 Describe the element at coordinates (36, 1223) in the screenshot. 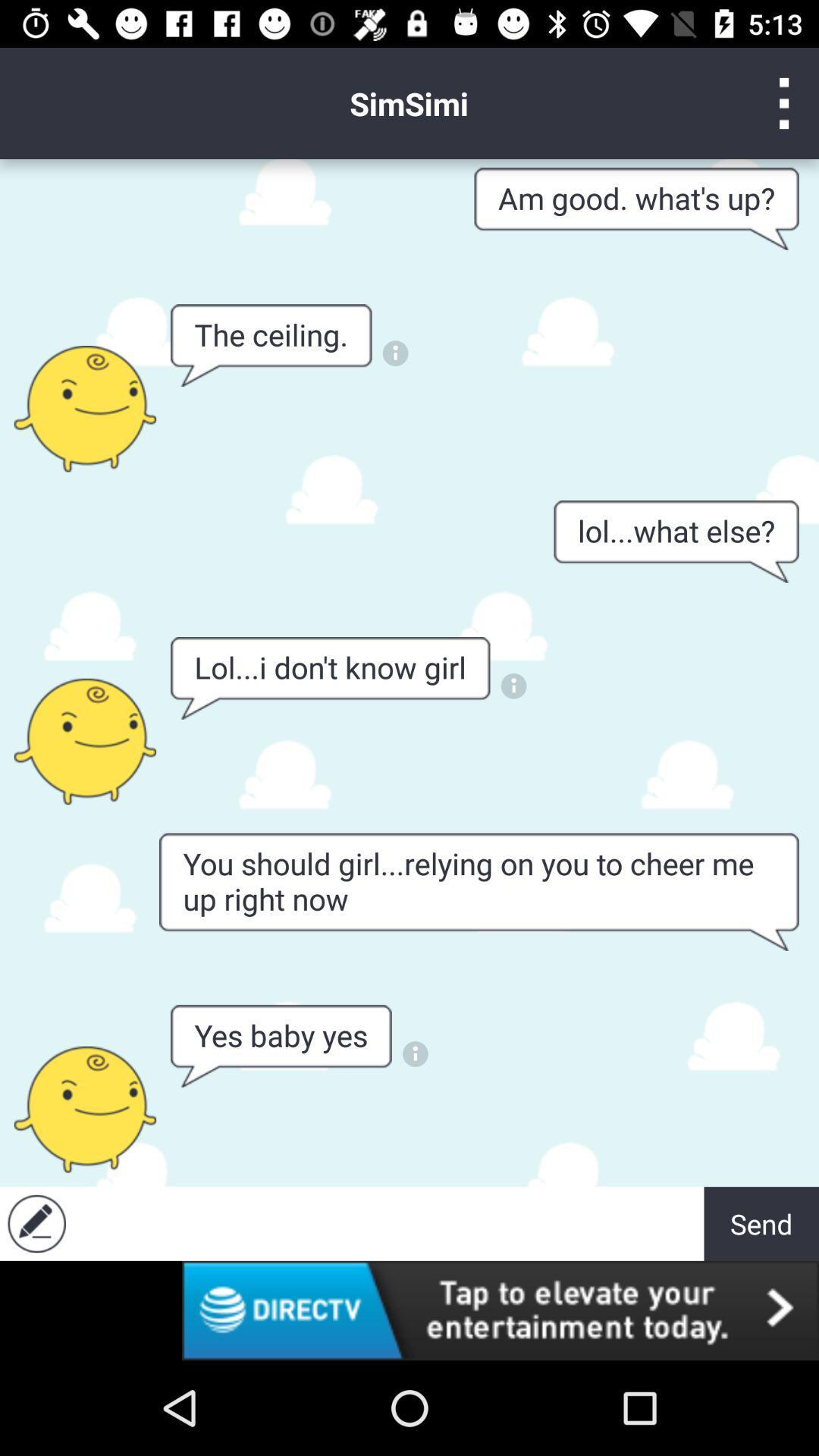

I see `the edit icon` at that location.